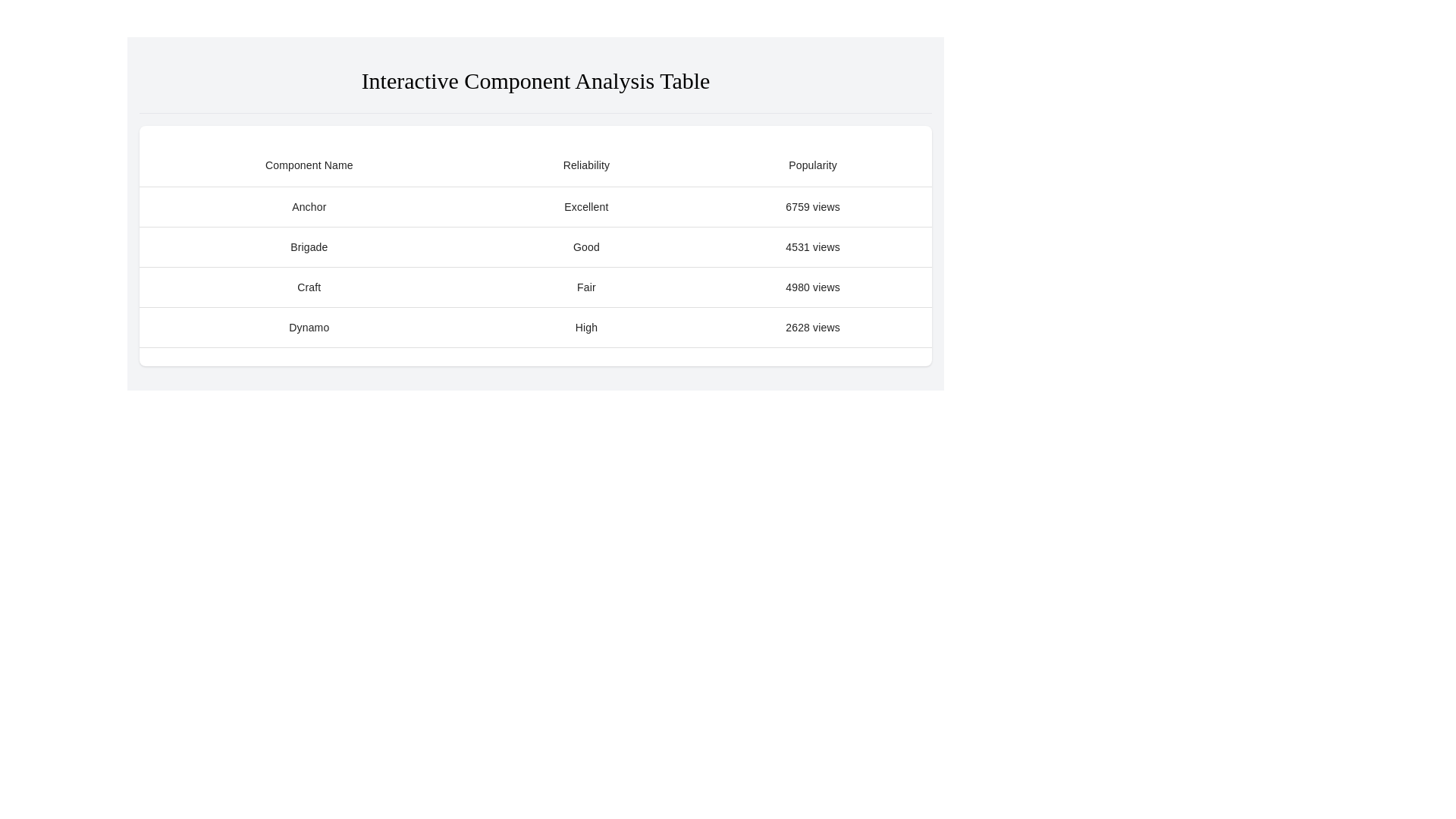 This screenshot has width=1456, height=819. I want to click on the text label displaying '2628 views' located in the third cell of the fourth row under the 'Popularity' column, so click(812, 327).